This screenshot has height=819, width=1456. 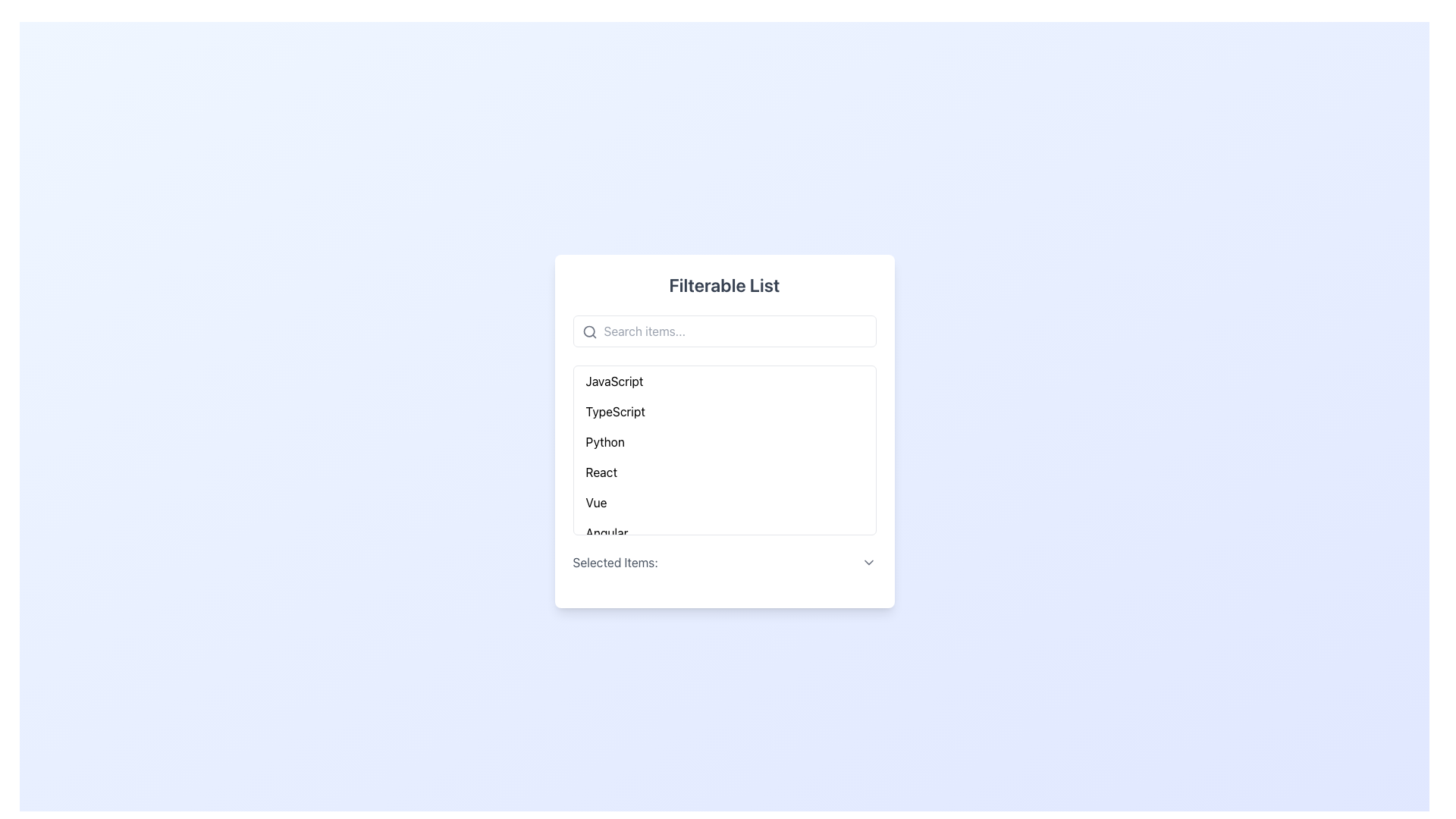 I want to click on the second item in the filterable list of programming languages, located between 'JavaScript' and 'Python', so click(x=723, y=412).